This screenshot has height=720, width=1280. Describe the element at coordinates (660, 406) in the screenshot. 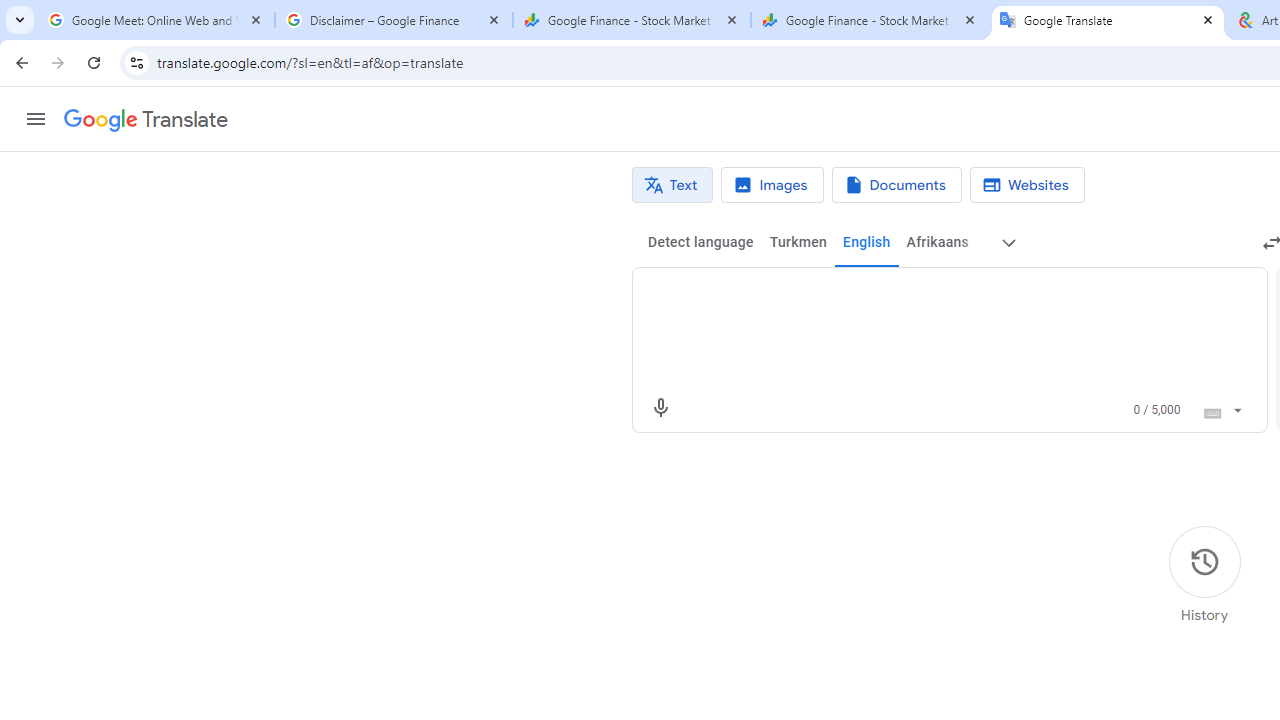

I see `'Translate by voice'` at that location.